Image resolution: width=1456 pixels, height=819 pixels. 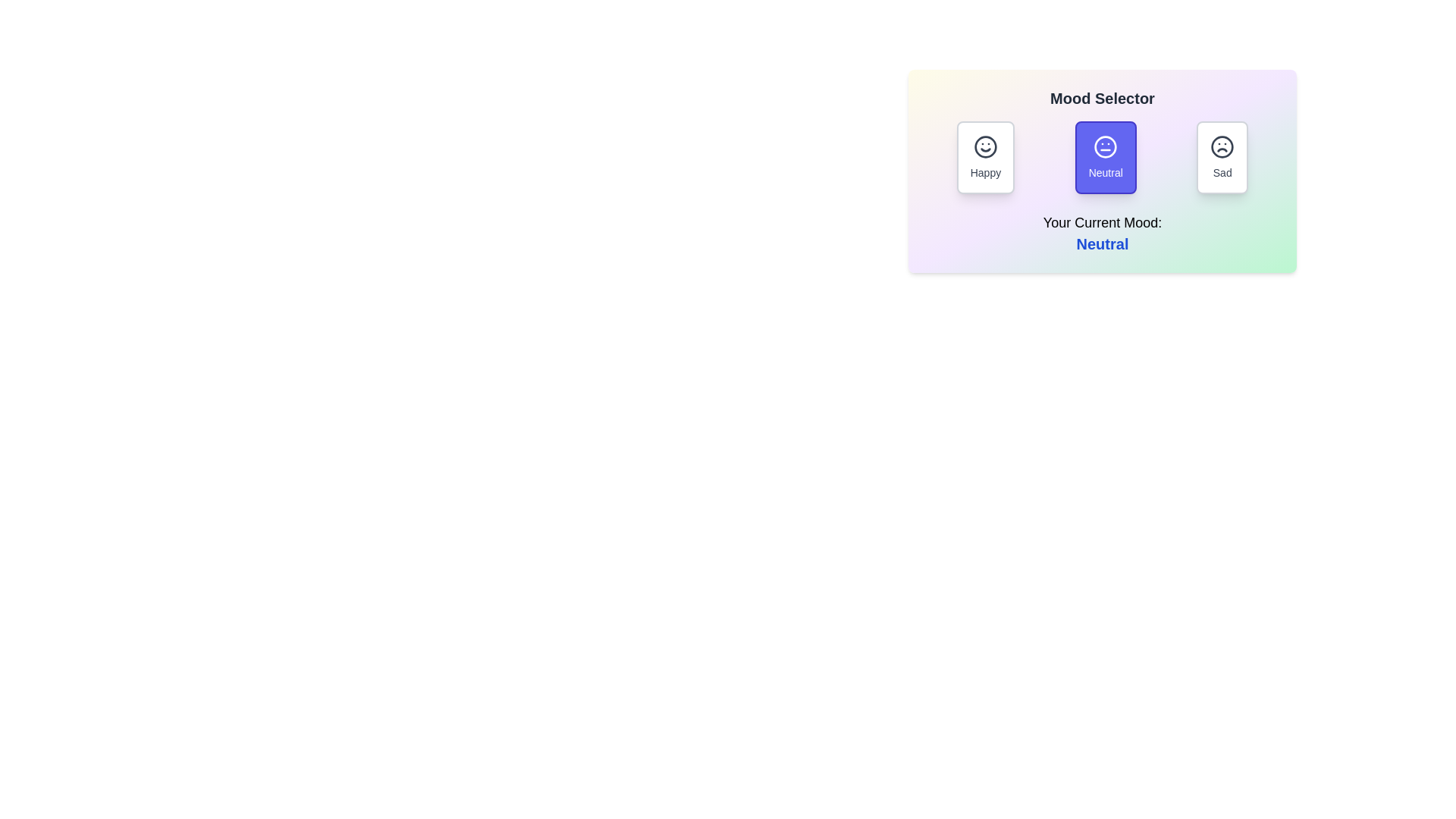 What do you see at coordinates (1103, 99) in the screenshot?
I see `the title text element for the mood selector feature, which is located at the top center of the interface, providing context for the mood options below` at bounding box center [1103, 99].